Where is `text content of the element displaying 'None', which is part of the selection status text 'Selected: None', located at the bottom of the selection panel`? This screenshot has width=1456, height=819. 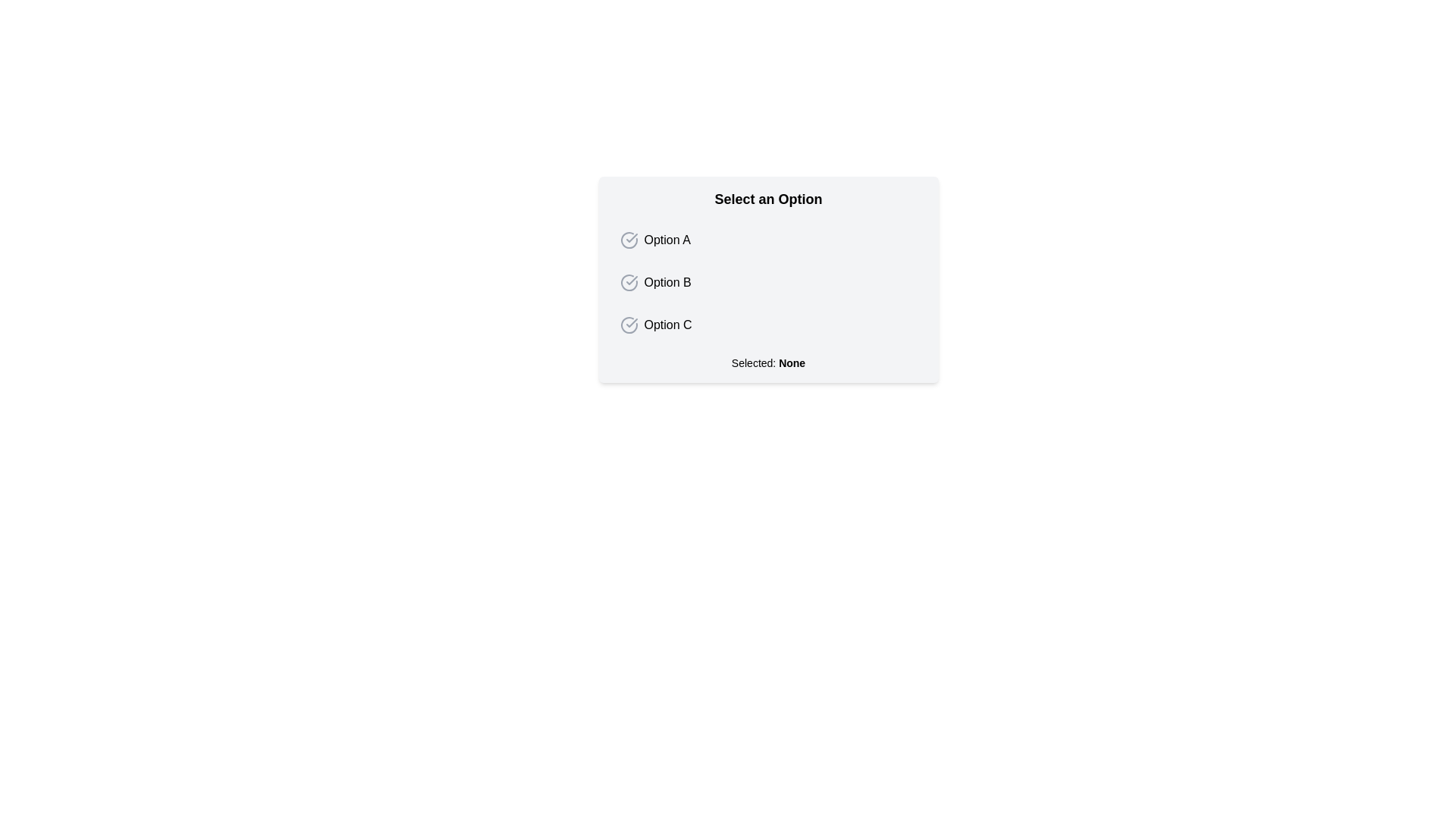 text content of the element displaying 'None', which is part of the selection status text 'Selected: None', located at the bottom of the selection panel is located at coordinates (791, 362).